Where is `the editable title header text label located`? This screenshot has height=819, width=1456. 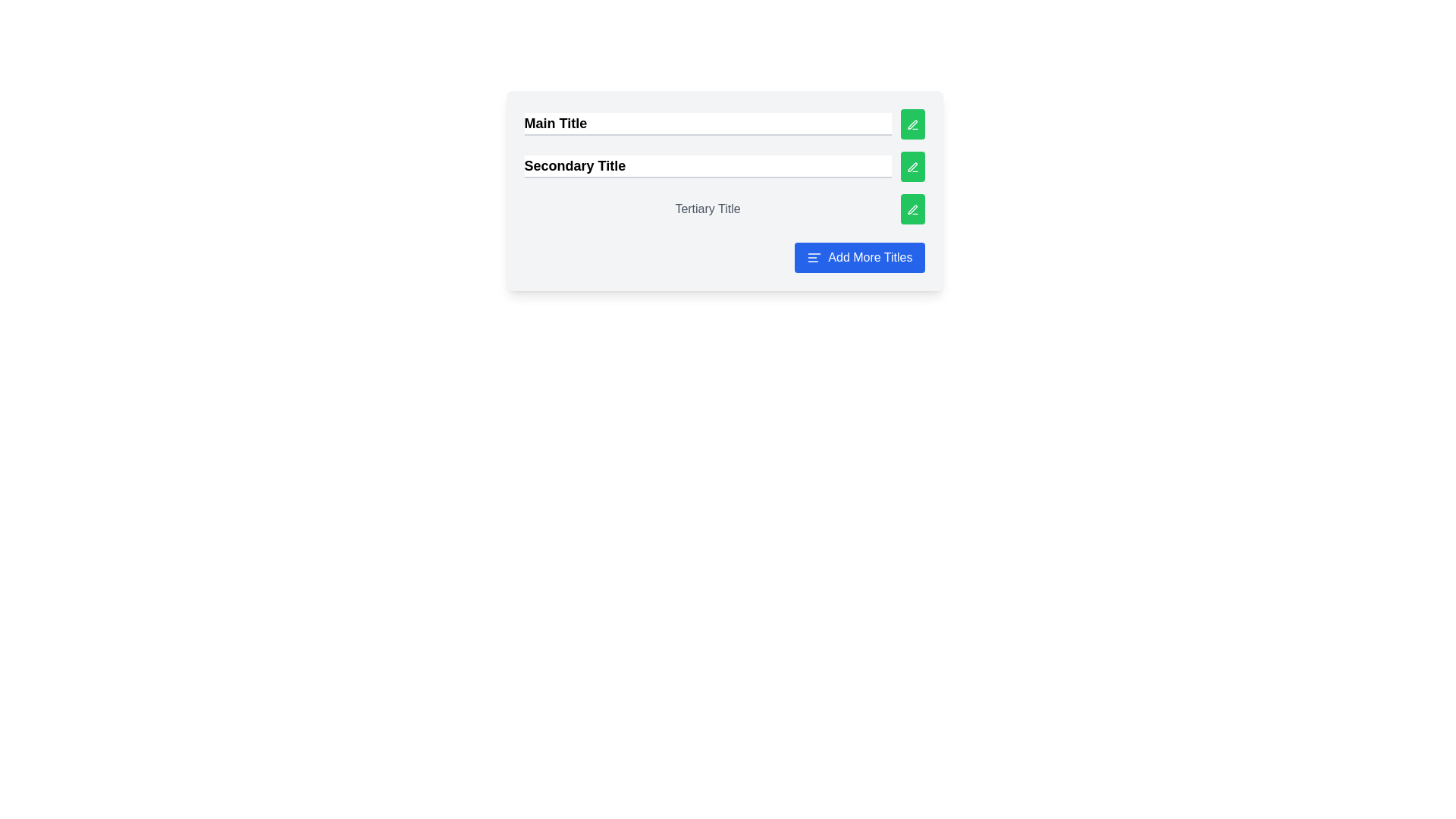 the editable title header text label located is located at coordinates (707, 209).